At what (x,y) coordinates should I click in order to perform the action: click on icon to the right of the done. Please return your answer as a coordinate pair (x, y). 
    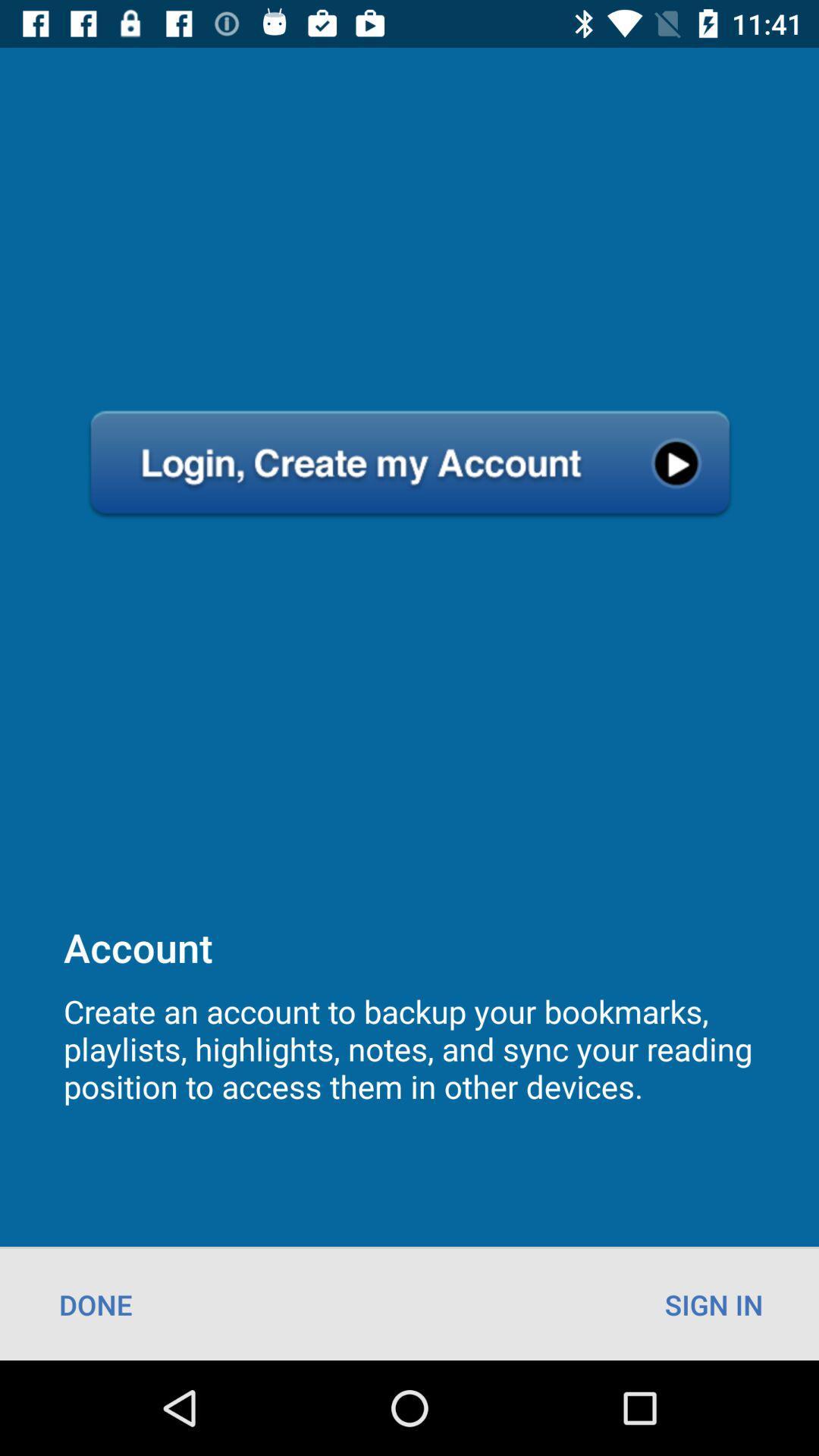
    Looking at the image, I should click on (714, 1304).